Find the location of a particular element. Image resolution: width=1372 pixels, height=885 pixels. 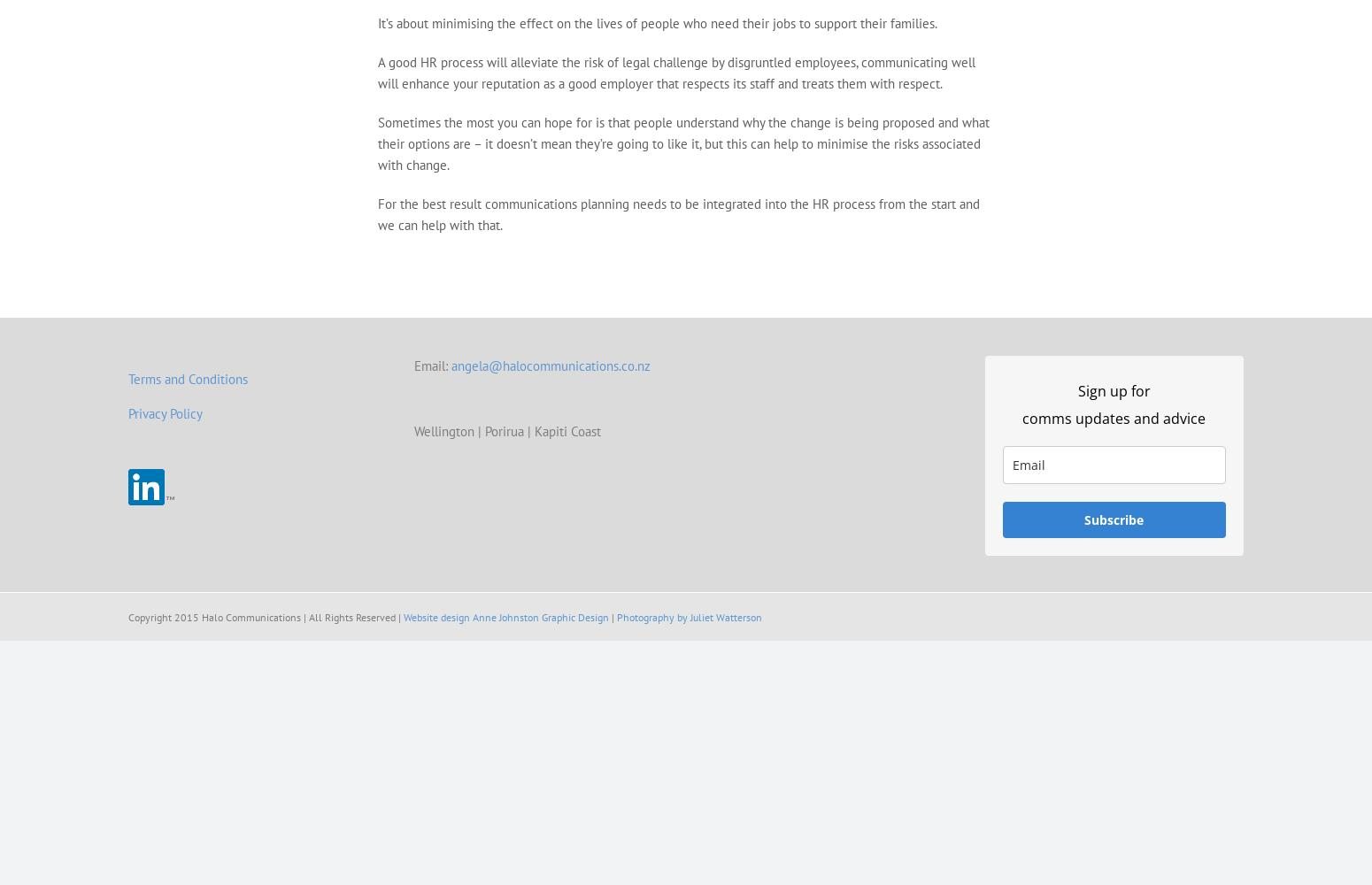

'Privacy Policy' is located at coordinates (164, 412).